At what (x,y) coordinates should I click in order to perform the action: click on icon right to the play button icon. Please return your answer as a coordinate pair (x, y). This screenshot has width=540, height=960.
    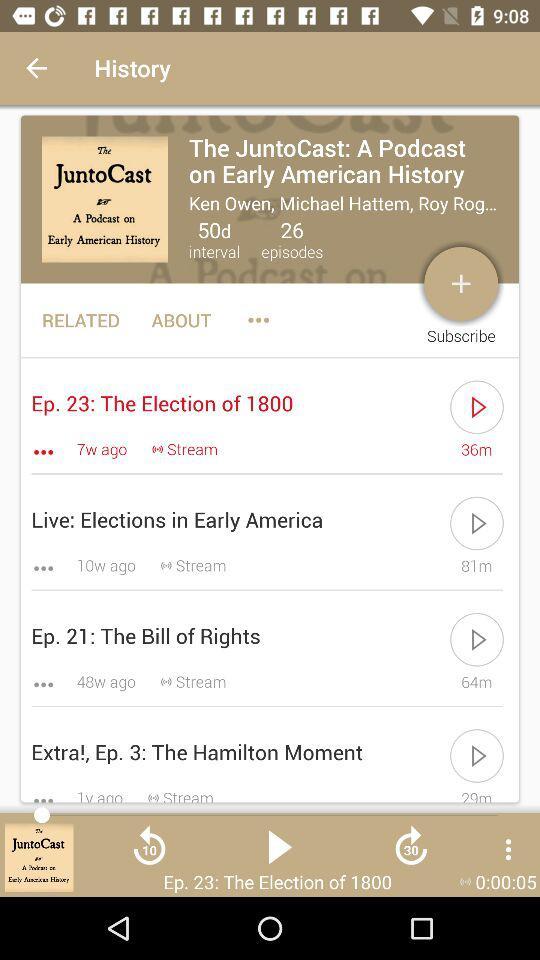
    Looking at the image, I should click on (410, 853).